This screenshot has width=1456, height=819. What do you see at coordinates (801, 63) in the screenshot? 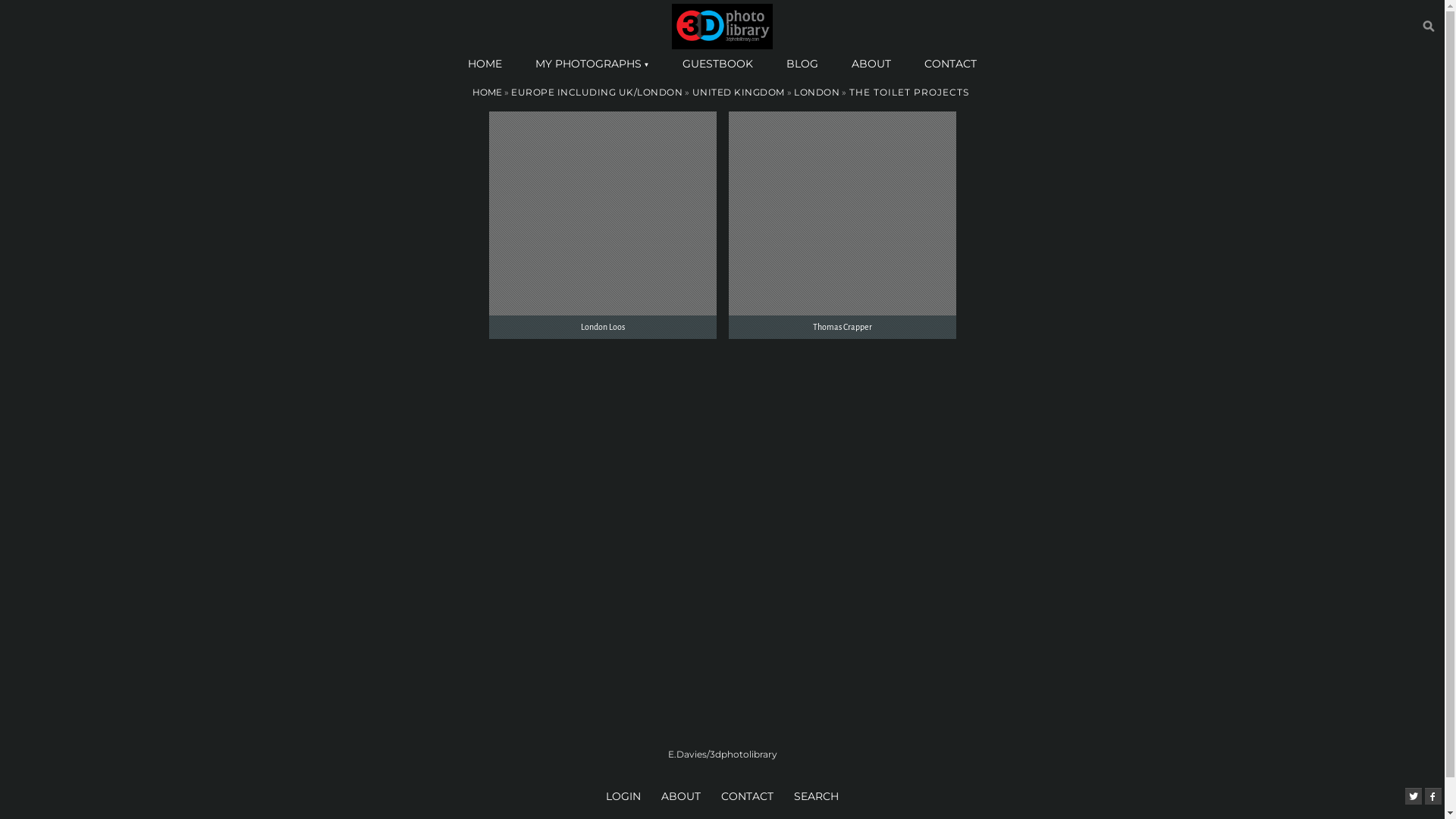
I see `'BLOG'` at bounding box center [801, 63].